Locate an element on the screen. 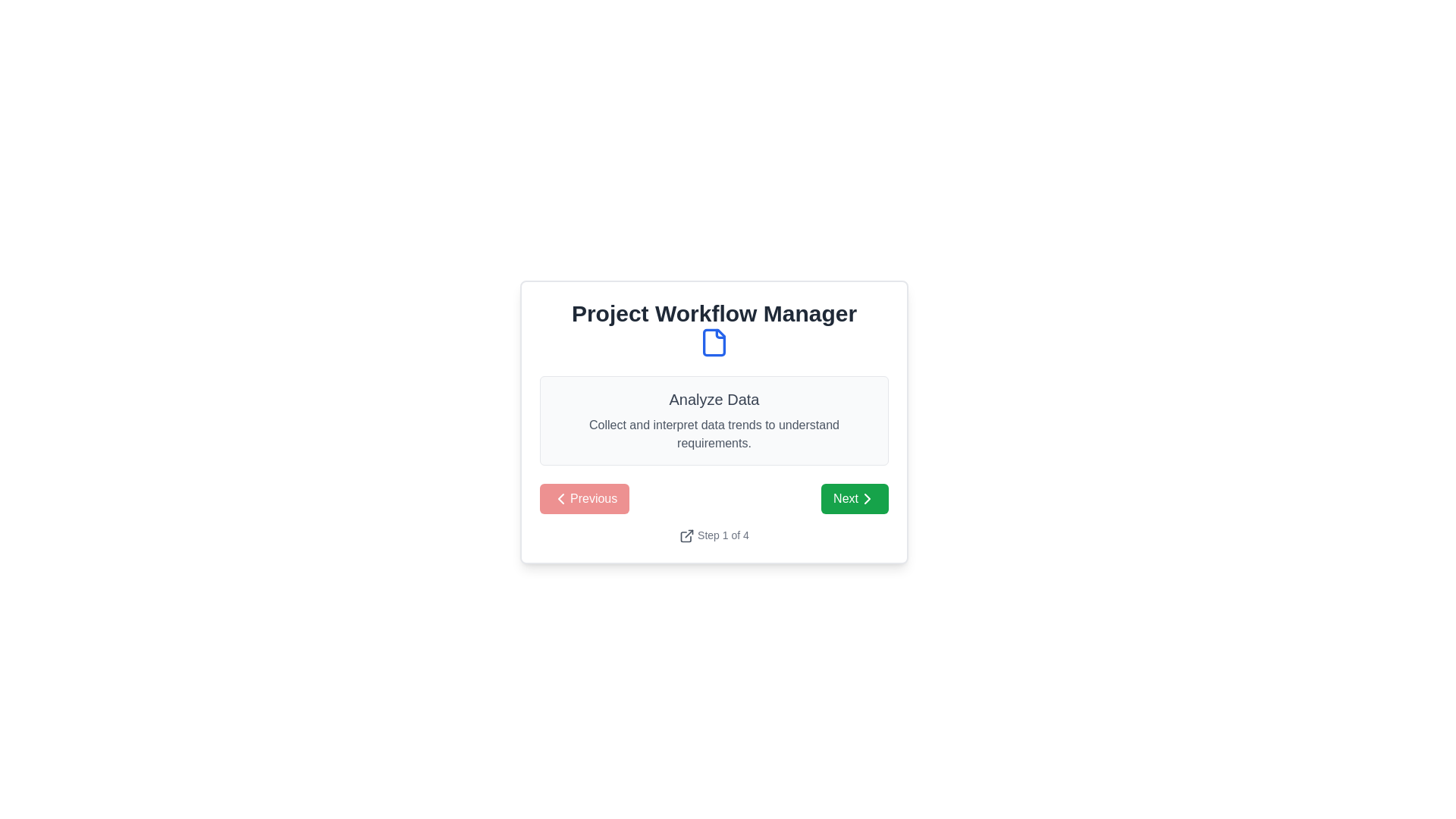 The width and height of the screenshot is (1456, 819). the green 'Next' button with rounded corners and white text is located at coordinates (855, 499).